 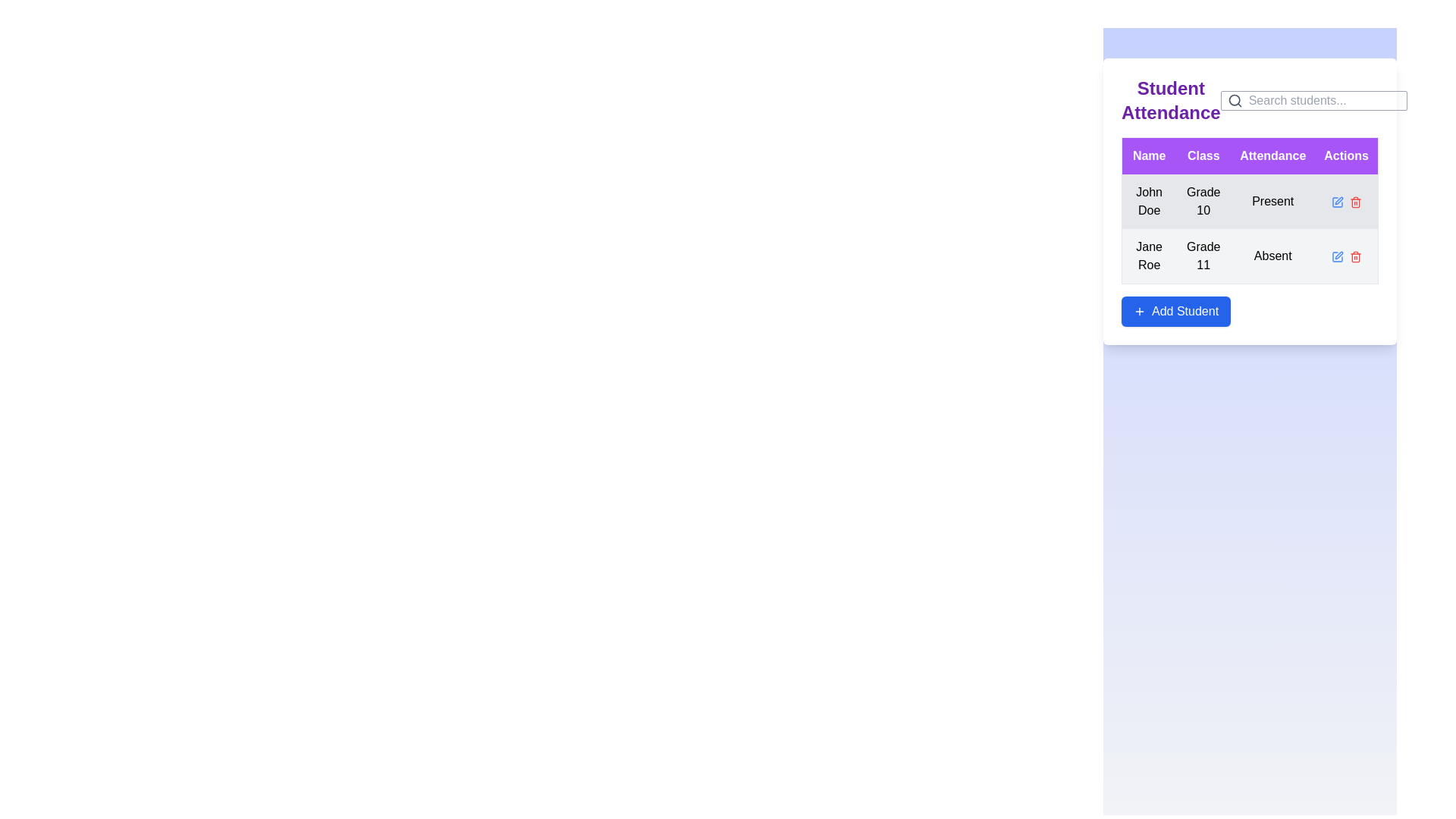 I want to click on the text label displaying the name 'John Doe' located in the first row of the table under the 'Name' column, so click(x=1149, y=201).